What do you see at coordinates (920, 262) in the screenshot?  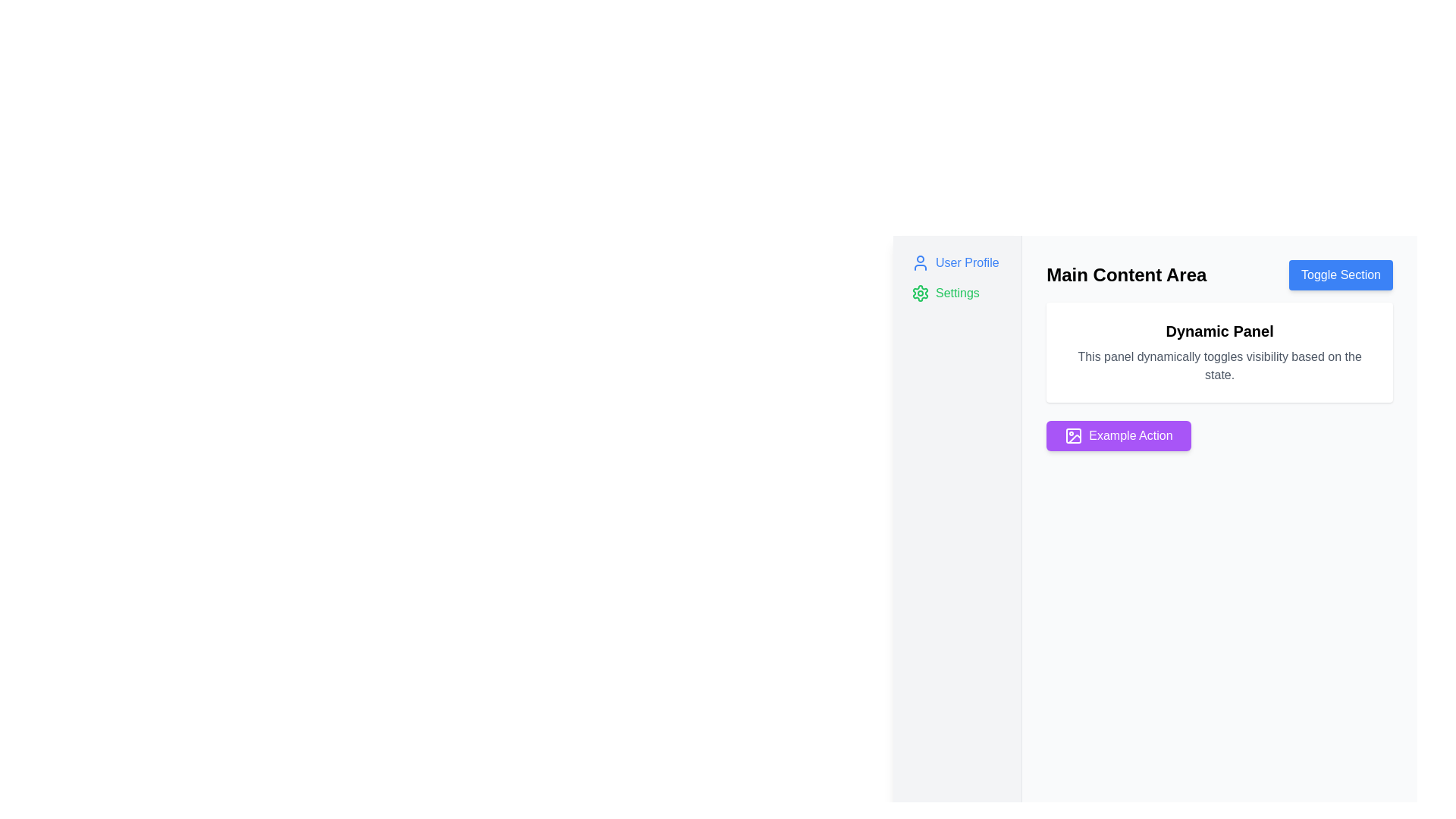 I see `the 'User Profile' icon located at the top left of the side menu, adjacent to the text 'User Profile'` at bounding box center [920, 262].